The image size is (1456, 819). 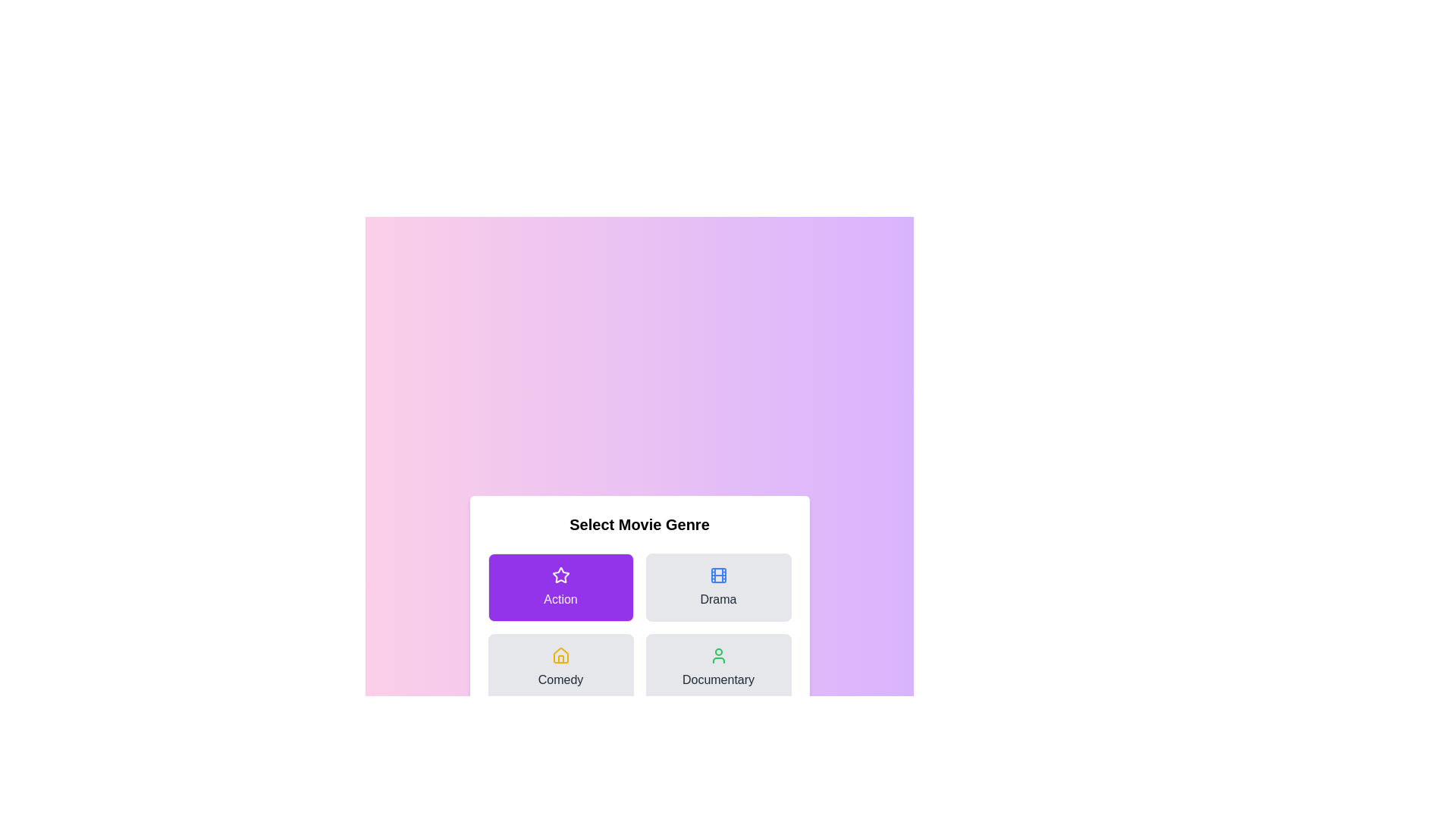 What do you see at coordinates (560, 667) in the screenshot?
I see `the button representing the genre Comedy` at bounding box center [560, 667].